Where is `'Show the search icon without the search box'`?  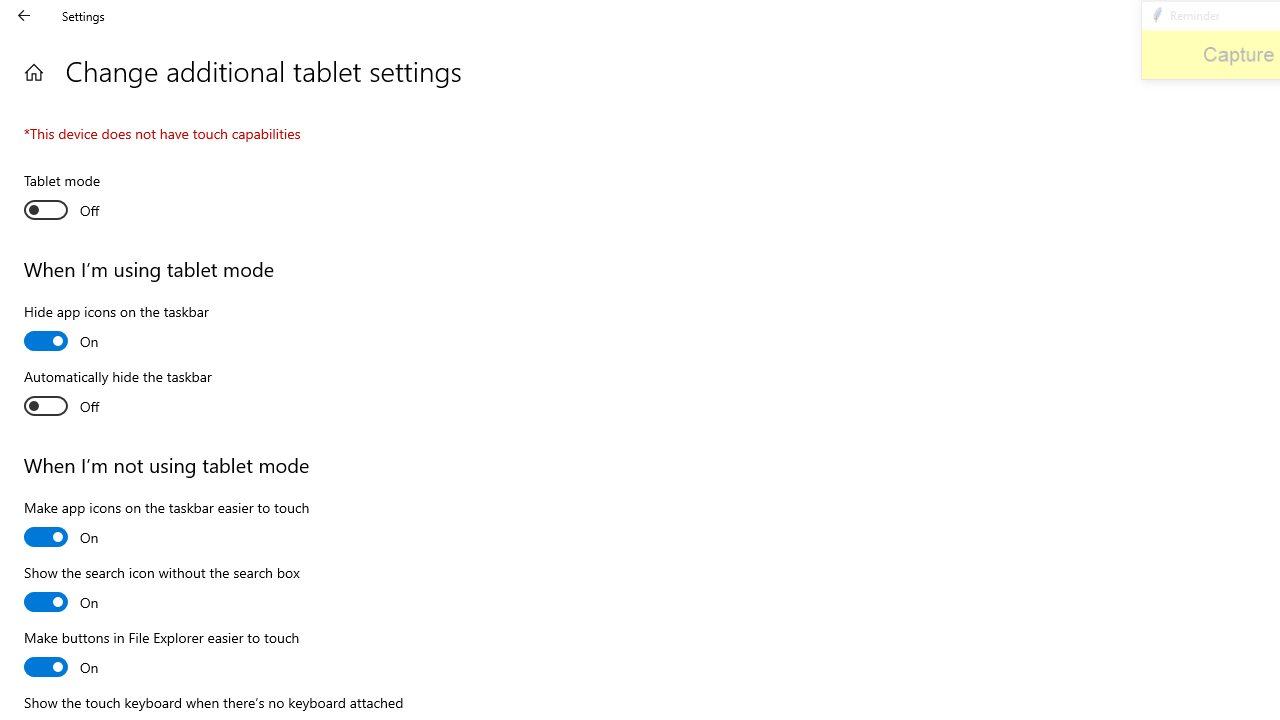
'Show the search icon without the search box' is located at coordinates (161, 589).